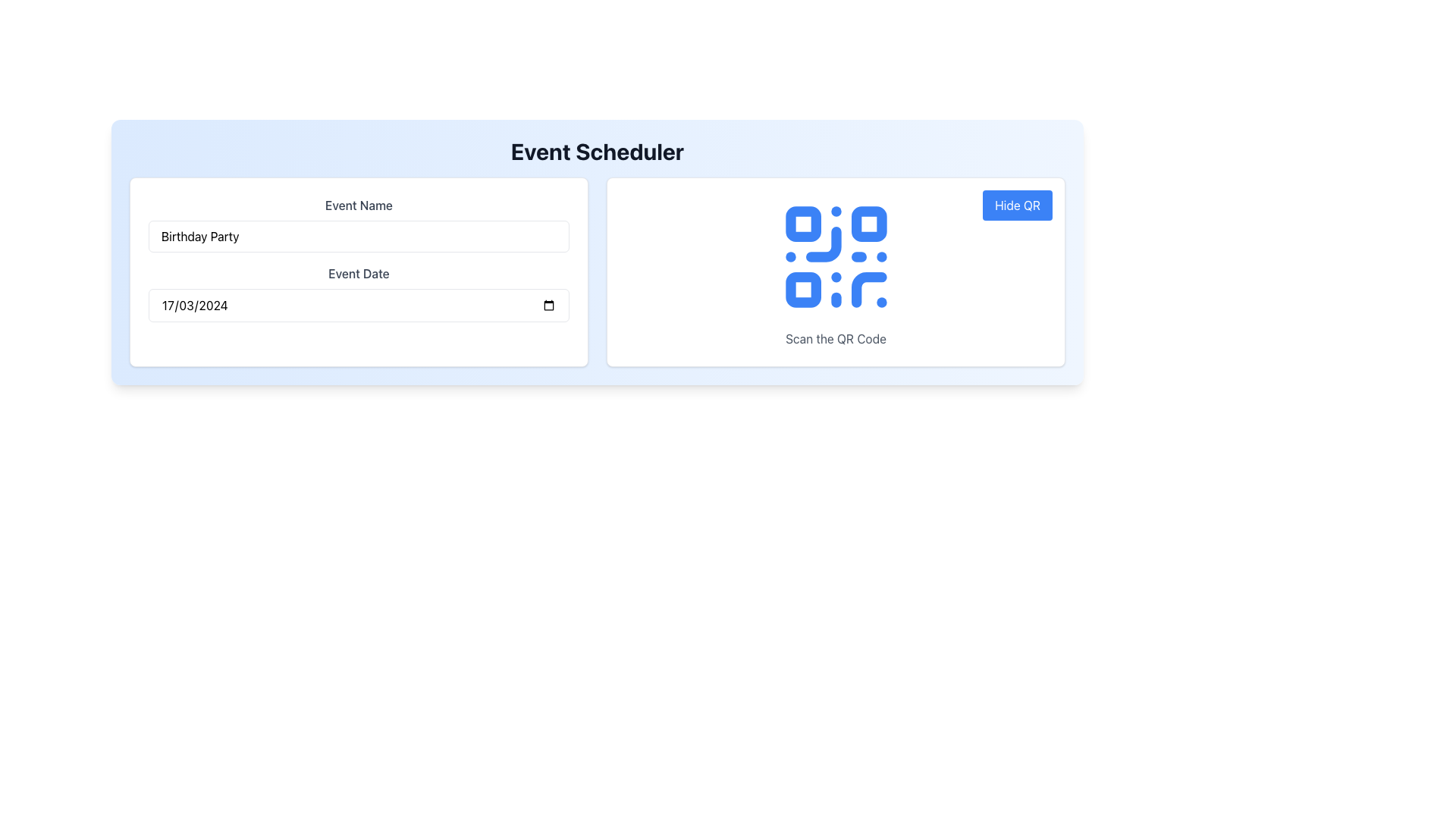 This screenshot has height=819, width=1456. Describe the element at coordinates (802, 290) in the screenshot. I see `the SVG rectangle element that represents a decorative part of the QR code, located at the bottom-left of the QR code` at that location.